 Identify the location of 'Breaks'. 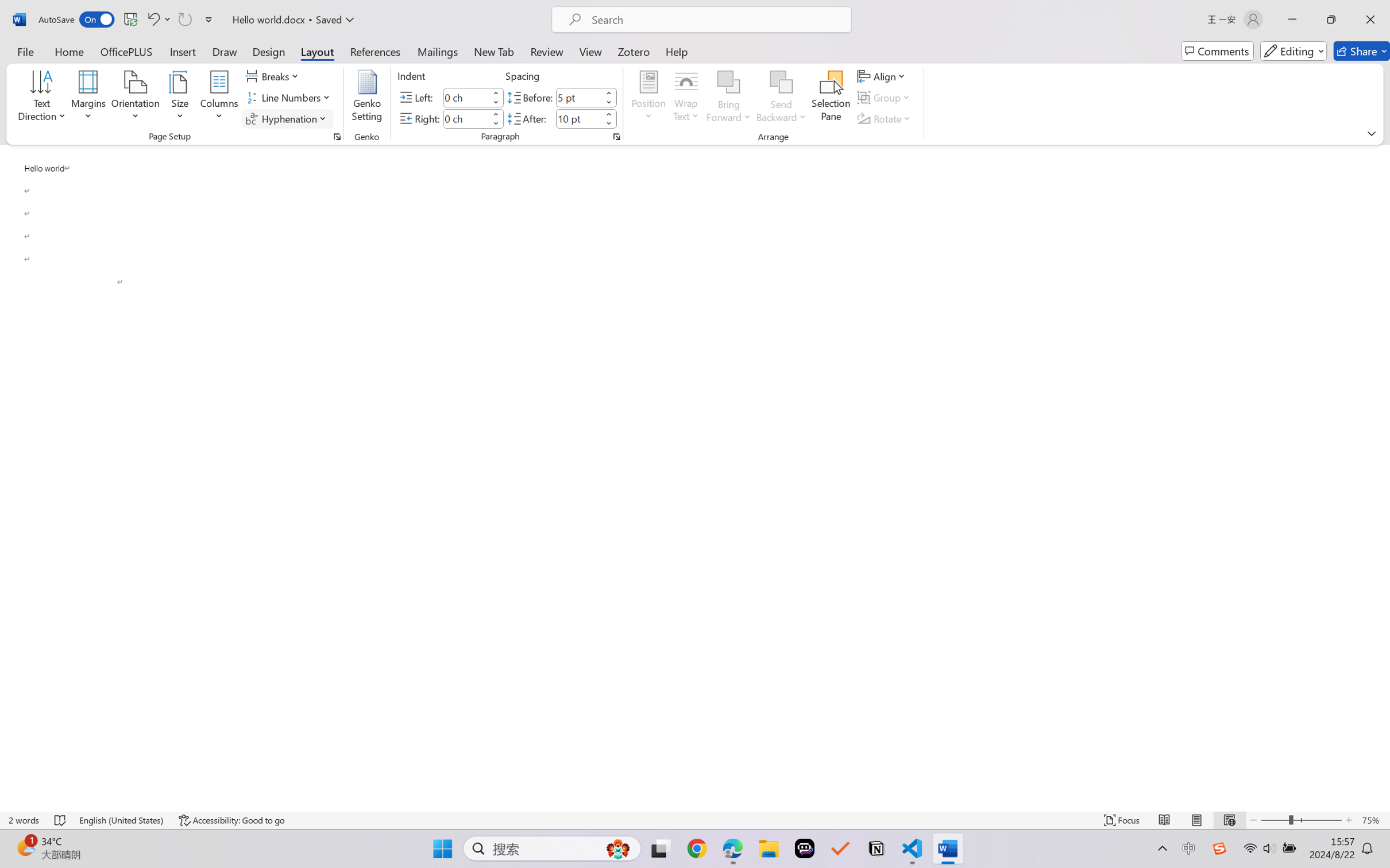
(273, 75).